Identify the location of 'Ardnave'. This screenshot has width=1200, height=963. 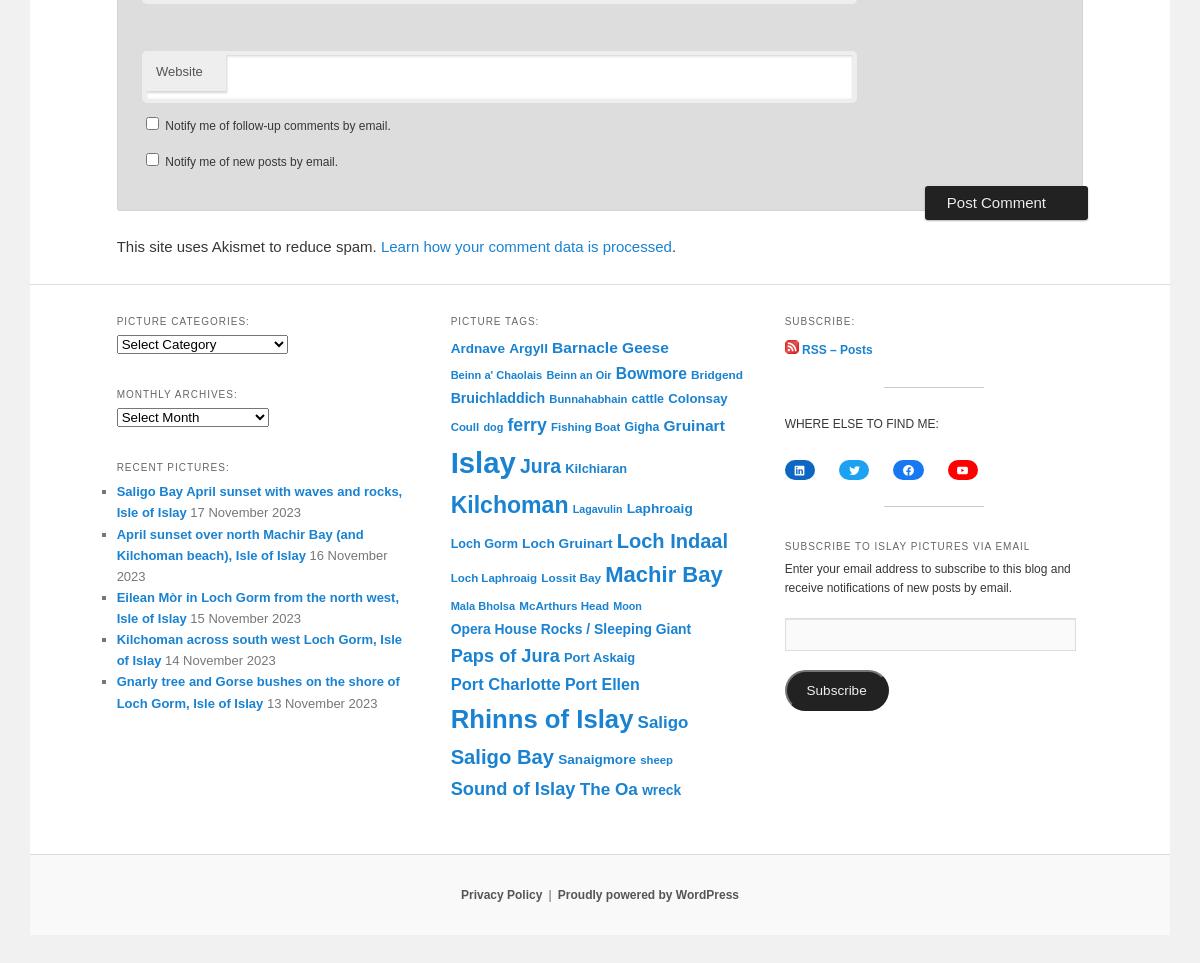
(476, 348).